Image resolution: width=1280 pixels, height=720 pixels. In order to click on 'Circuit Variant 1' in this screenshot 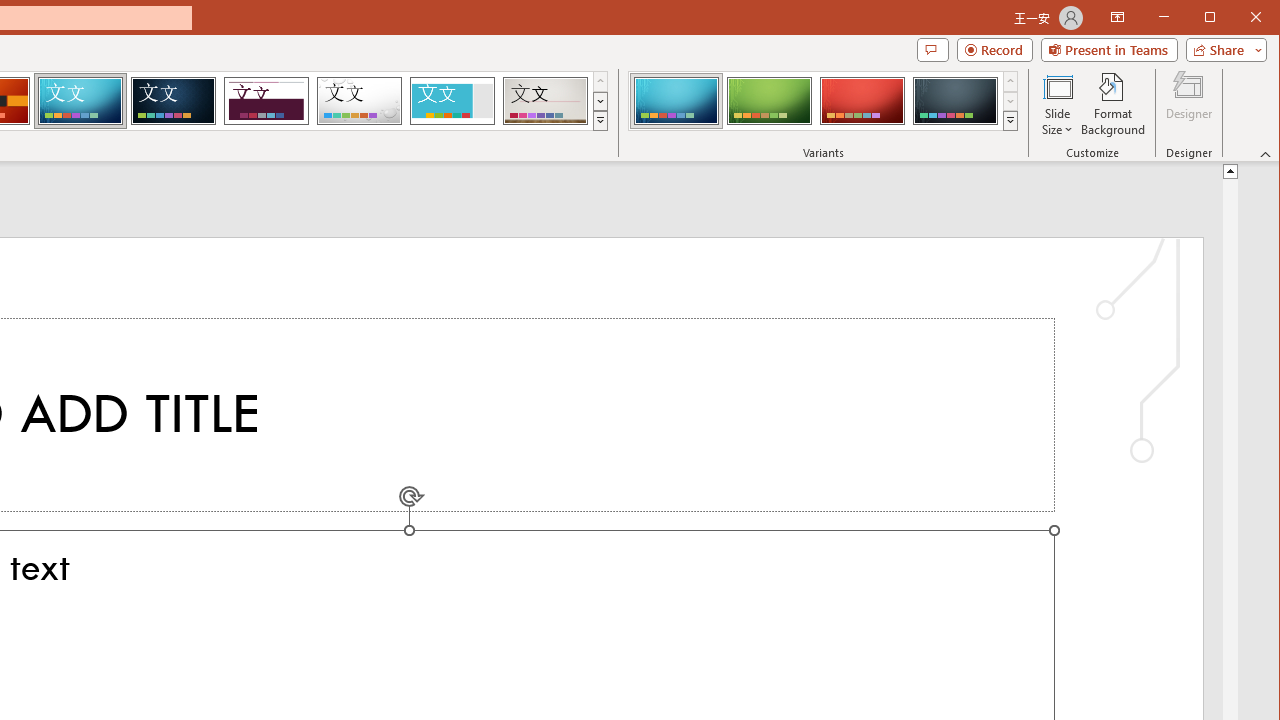, I will do `click(676, 100)`.